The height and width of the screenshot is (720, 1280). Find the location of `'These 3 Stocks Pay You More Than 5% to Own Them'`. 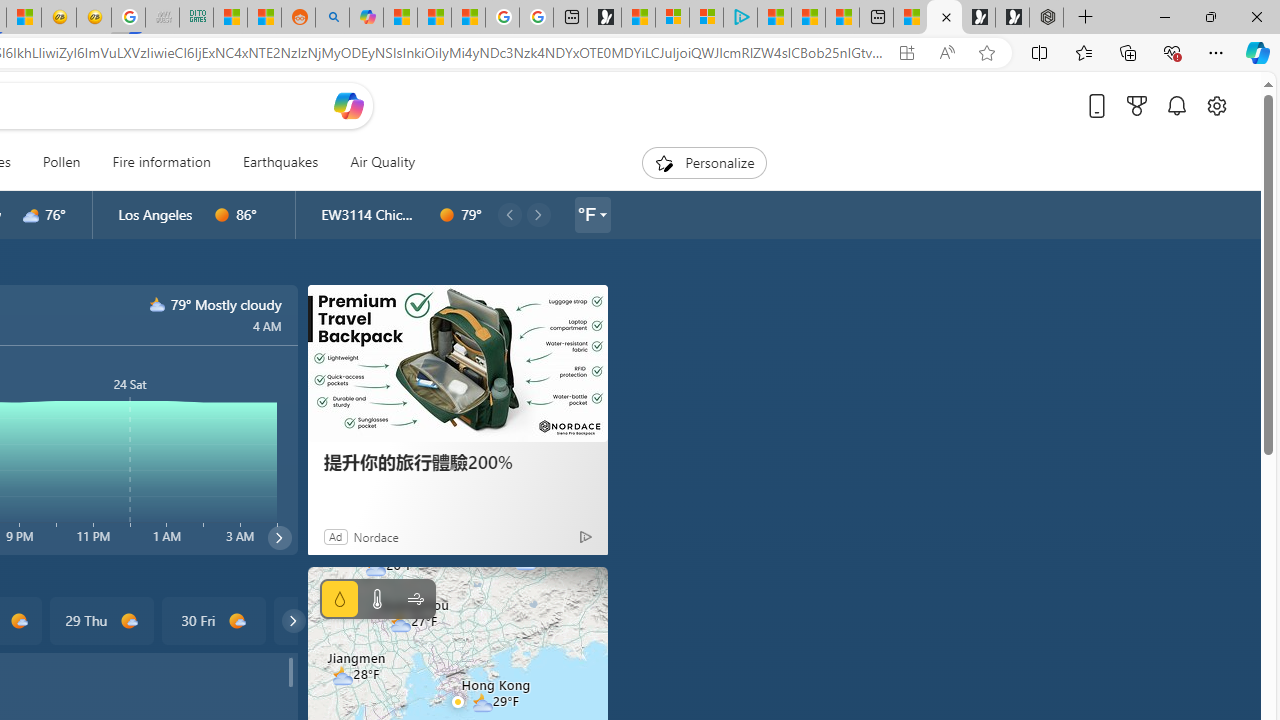

'These 3 Stocks Pay You More Than 5% to Own Them' is located at coordinates (842, 17).